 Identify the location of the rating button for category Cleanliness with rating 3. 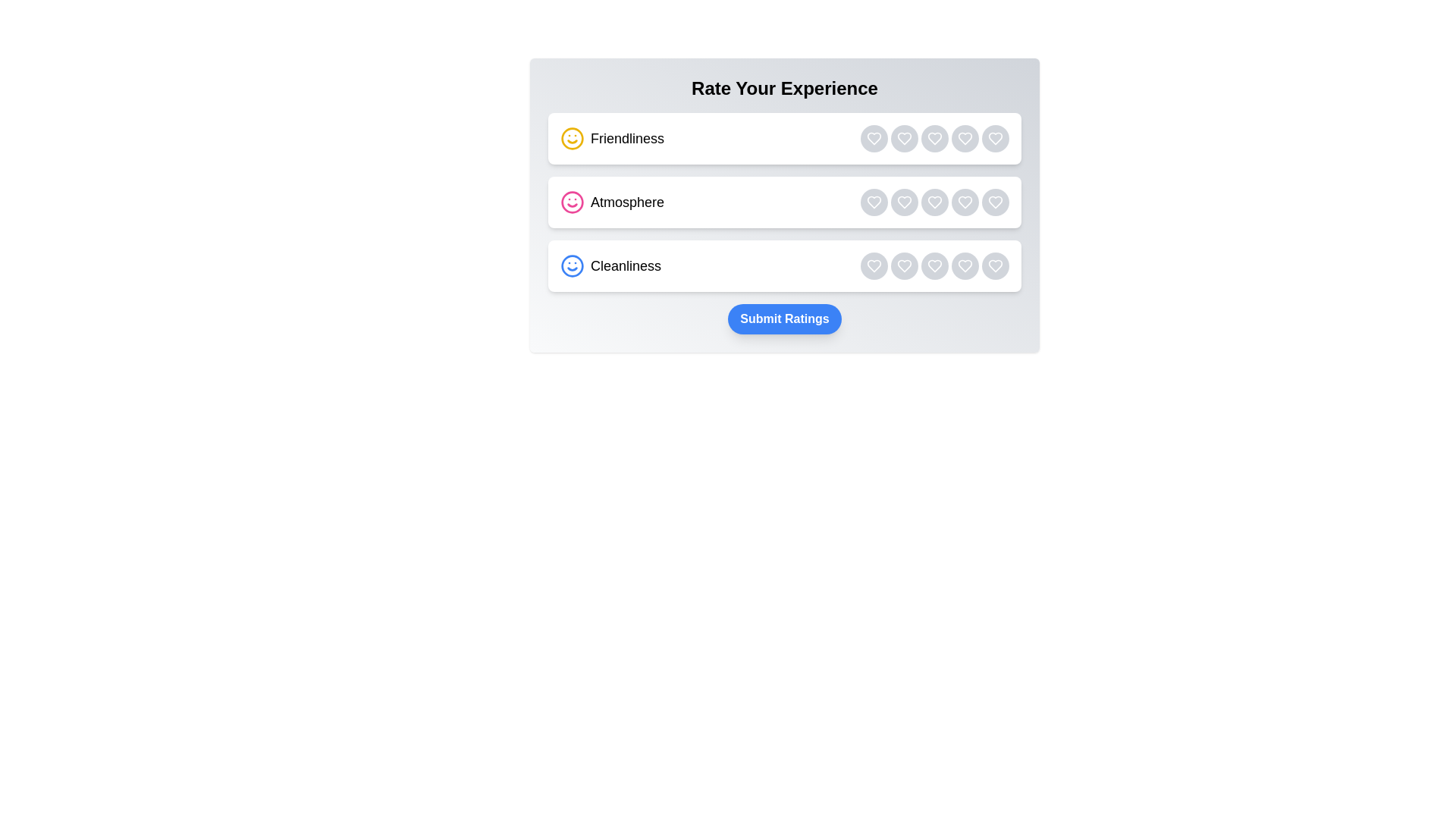
(934, 265).